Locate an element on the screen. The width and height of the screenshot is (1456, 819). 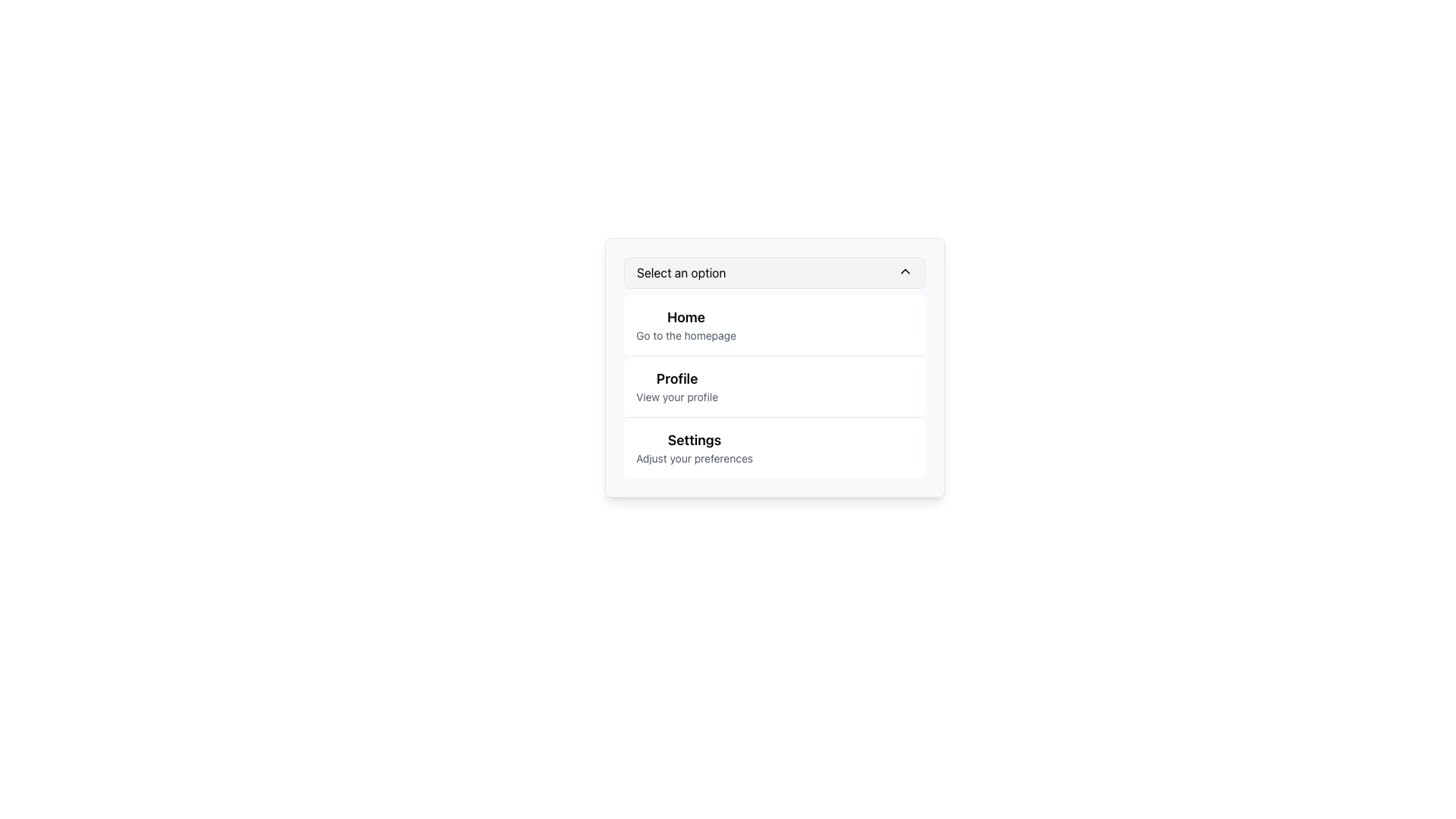
the bold text label that reads 'Profile', which is positioned above the smaller text 'View your profile' is located at coordinates (676, 378).